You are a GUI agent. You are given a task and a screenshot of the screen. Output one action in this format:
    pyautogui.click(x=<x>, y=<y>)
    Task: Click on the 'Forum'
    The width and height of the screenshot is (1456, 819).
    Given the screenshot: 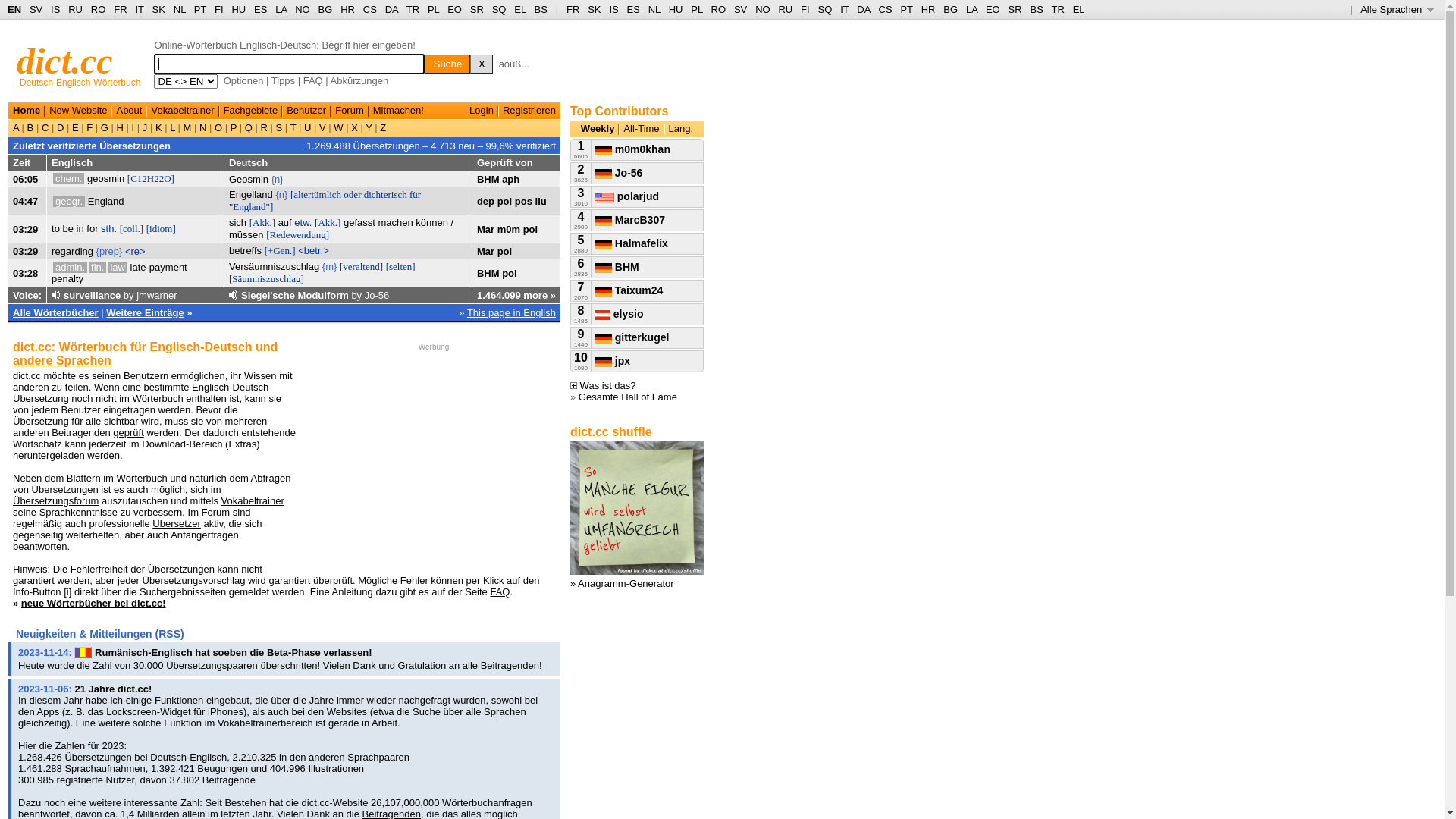 What is the action you would take?
    pyautogui.click(x=334, y=109)
    